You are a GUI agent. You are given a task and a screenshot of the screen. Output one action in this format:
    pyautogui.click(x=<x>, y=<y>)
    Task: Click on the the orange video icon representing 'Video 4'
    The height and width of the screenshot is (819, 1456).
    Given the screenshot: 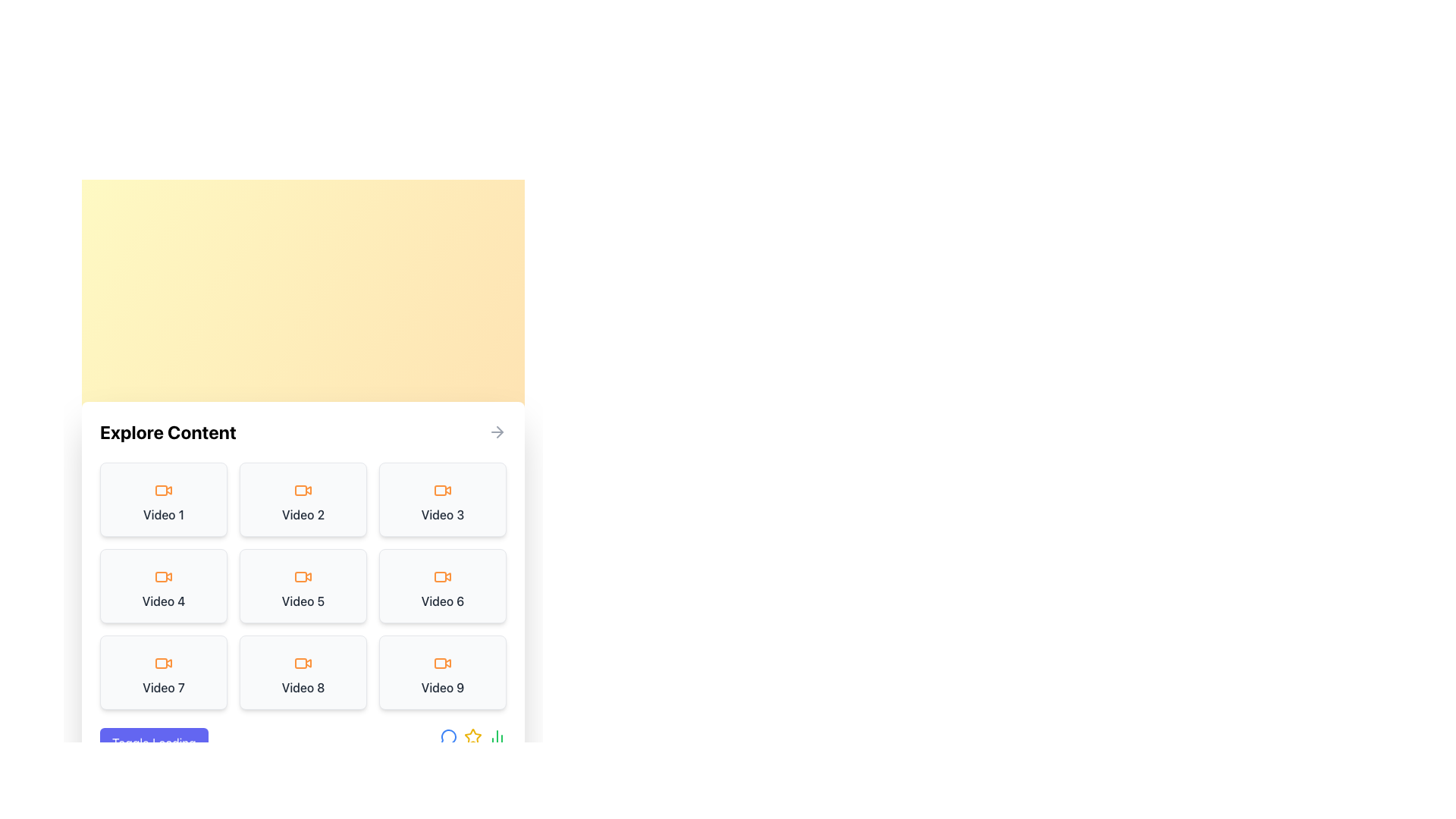 What is the action you would take?
    pyautogui.click(x=164, y=576)
    